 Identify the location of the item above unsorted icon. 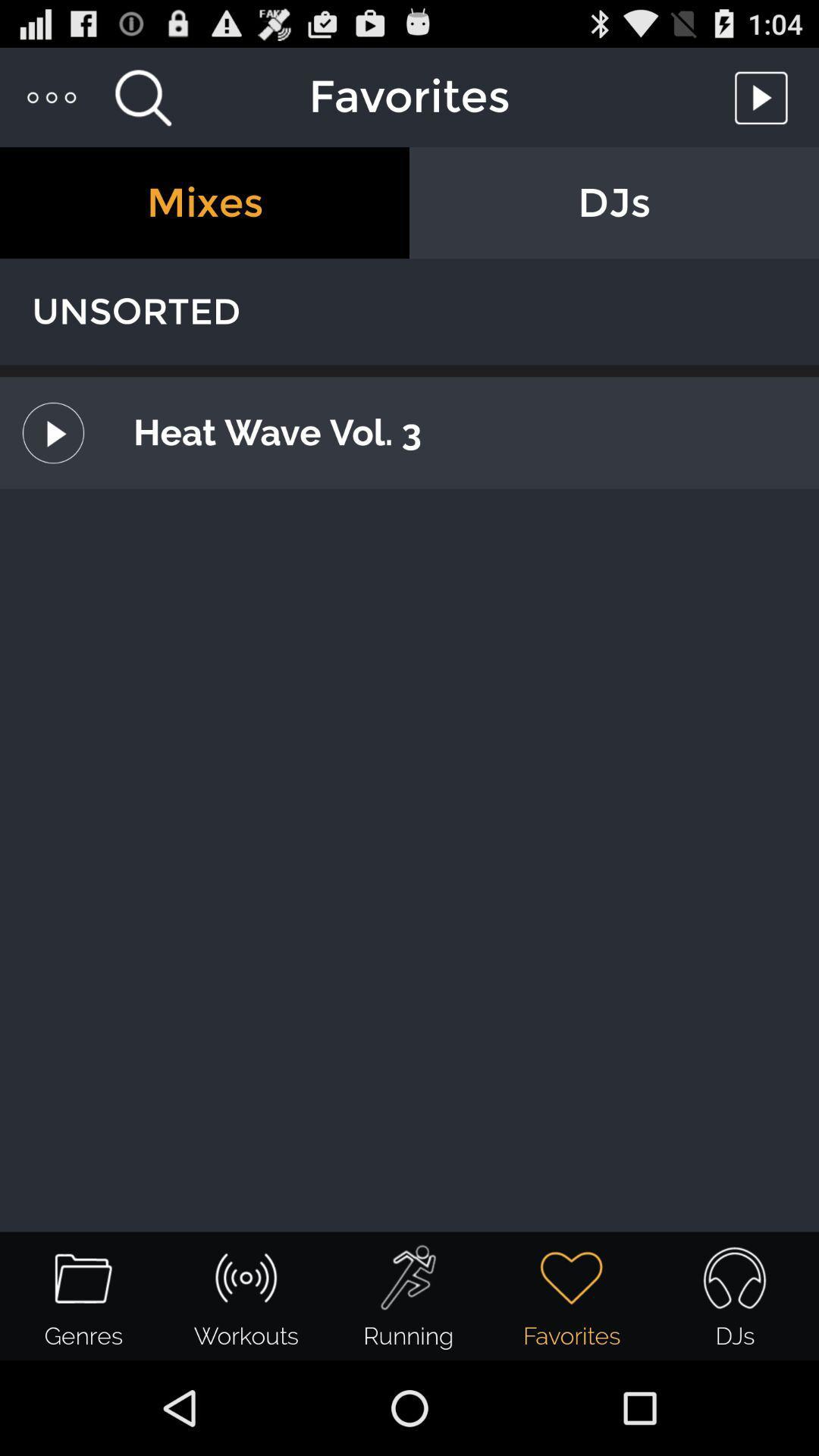
(205, 202).